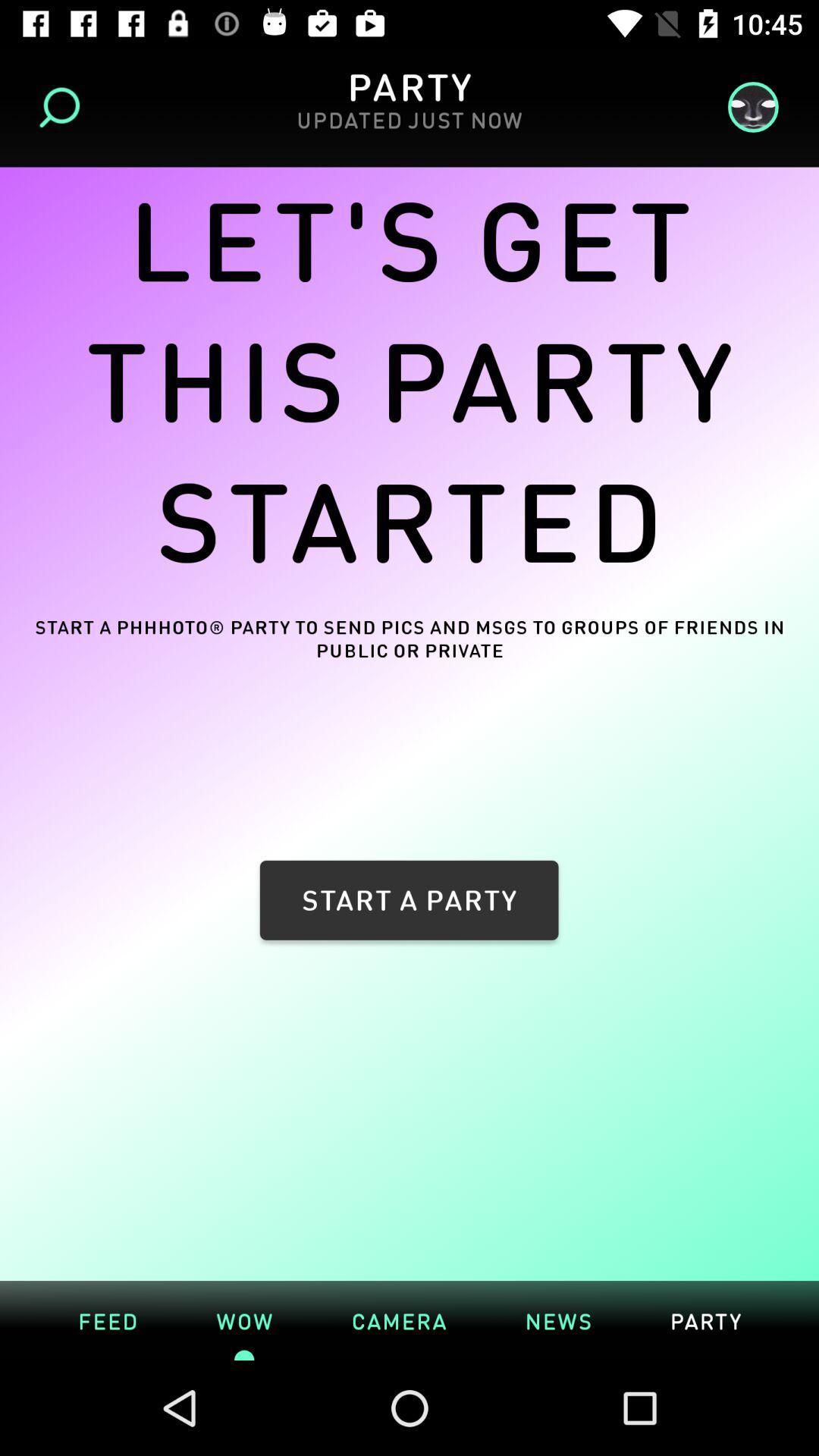 This screenshot has height=1456, width=819. What do you see at coordinates (64, 106) in the screenshot?
I see `icon to the left of updated just now icon` at bounding box center [64, 106].